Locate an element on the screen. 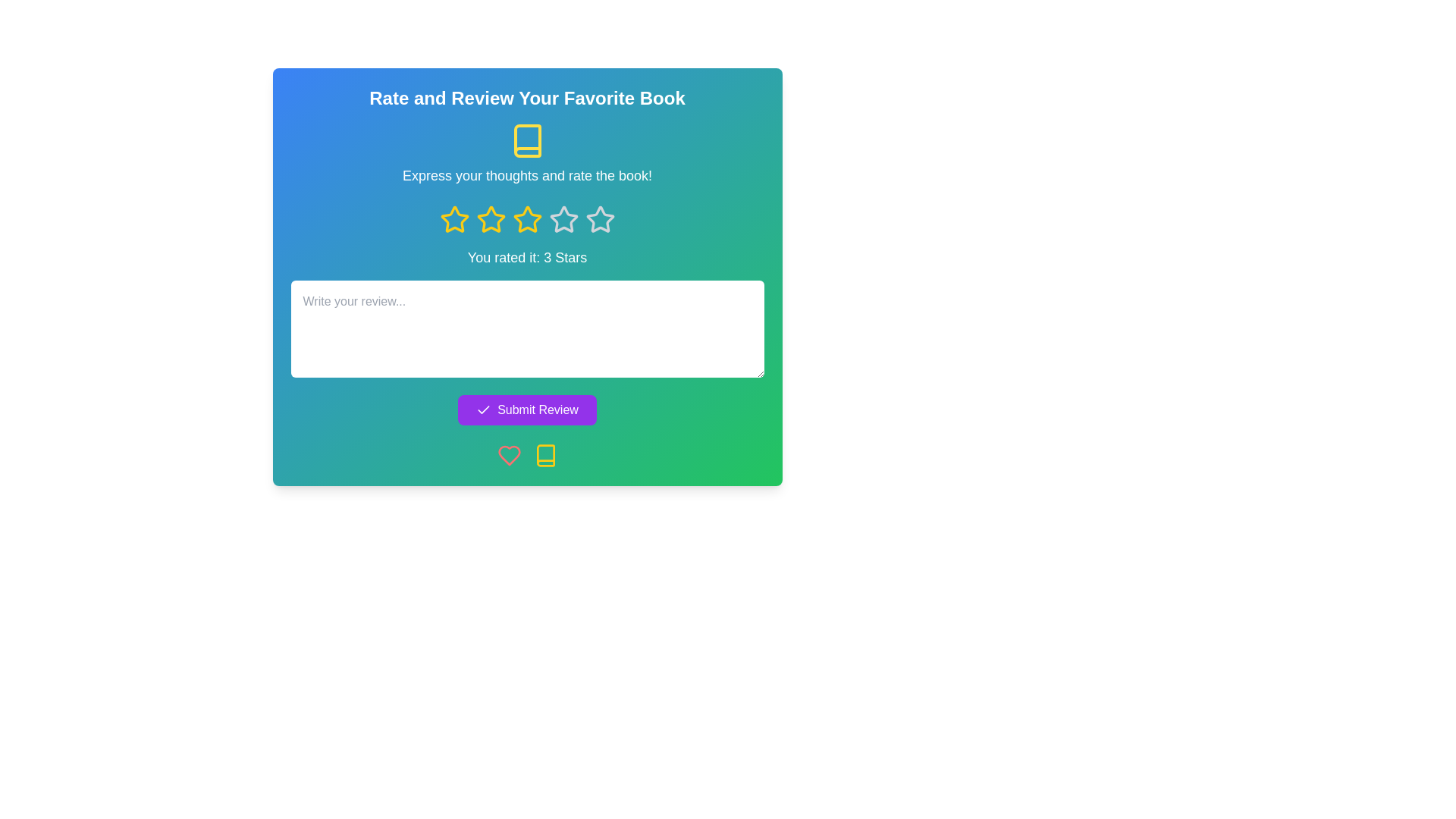 The height and width of the screenshot is (819, 1456). the third star-shaped rating icon with a yellow outline, located below the title 'Rate and Review Your Favorite Book' is located at coordinates (563, 219).